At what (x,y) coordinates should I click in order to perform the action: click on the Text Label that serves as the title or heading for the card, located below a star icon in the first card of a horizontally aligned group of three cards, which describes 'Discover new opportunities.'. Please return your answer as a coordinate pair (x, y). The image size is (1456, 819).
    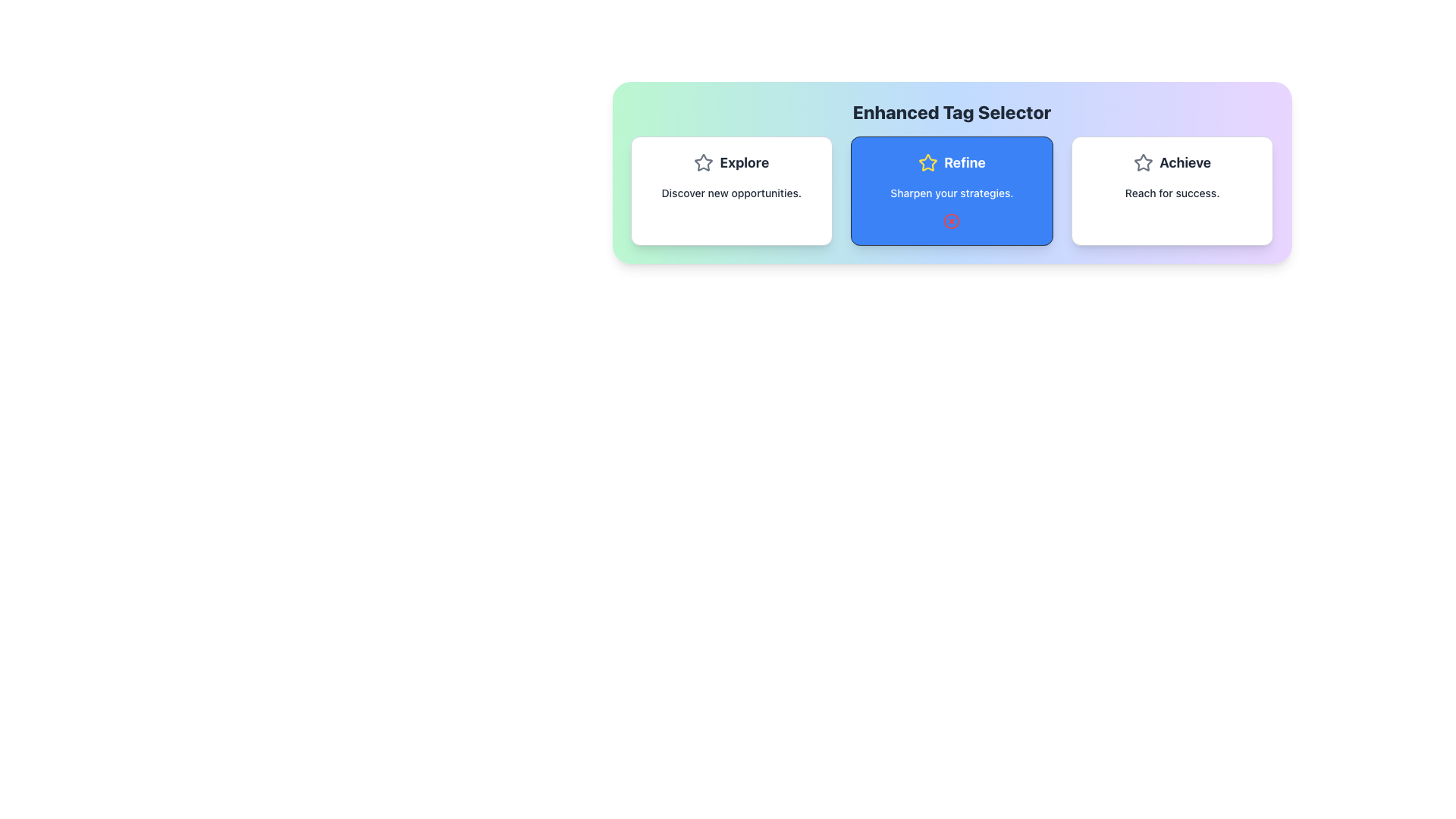
    Looking at the image, I should click on (744, 163).